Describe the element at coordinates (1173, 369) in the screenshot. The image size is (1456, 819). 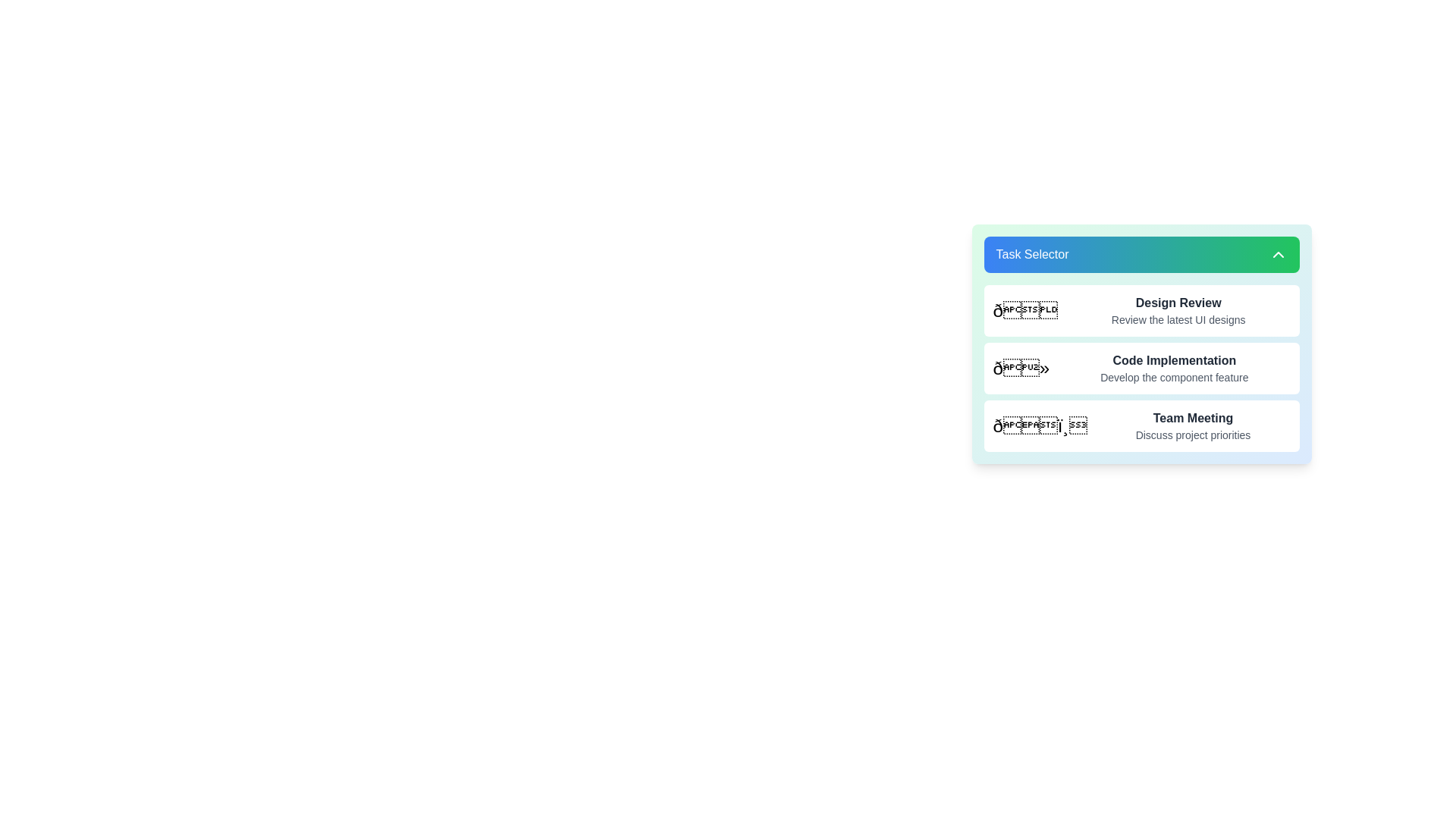
I see `text of the label that provides context and purpose for the user to select or refer to the task related to code implementation, located in the middle row of a vertical list of task selections` at that location.